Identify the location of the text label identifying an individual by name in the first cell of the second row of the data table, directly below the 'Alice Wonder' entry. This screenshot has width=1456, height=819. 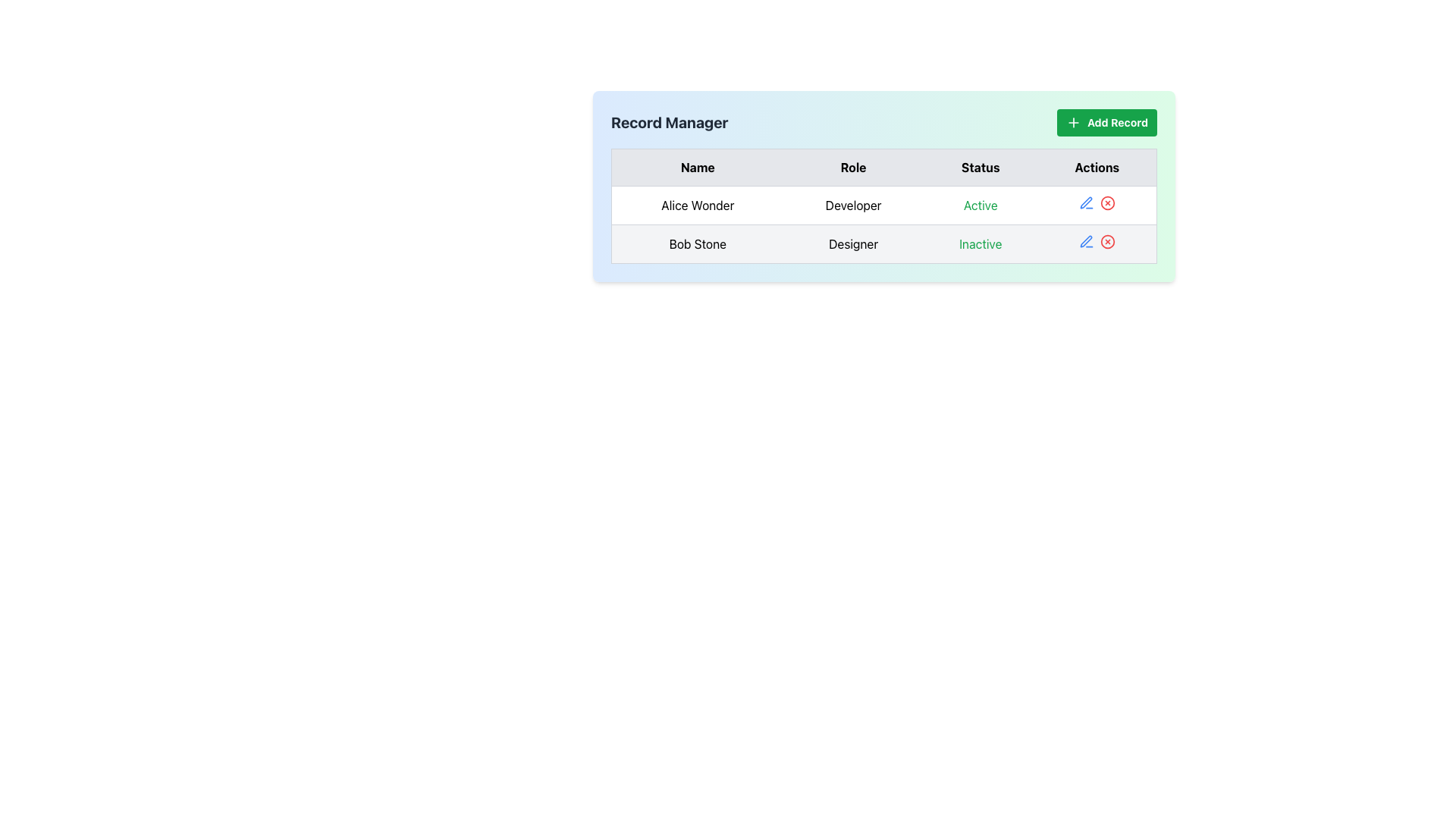
(697, 243).